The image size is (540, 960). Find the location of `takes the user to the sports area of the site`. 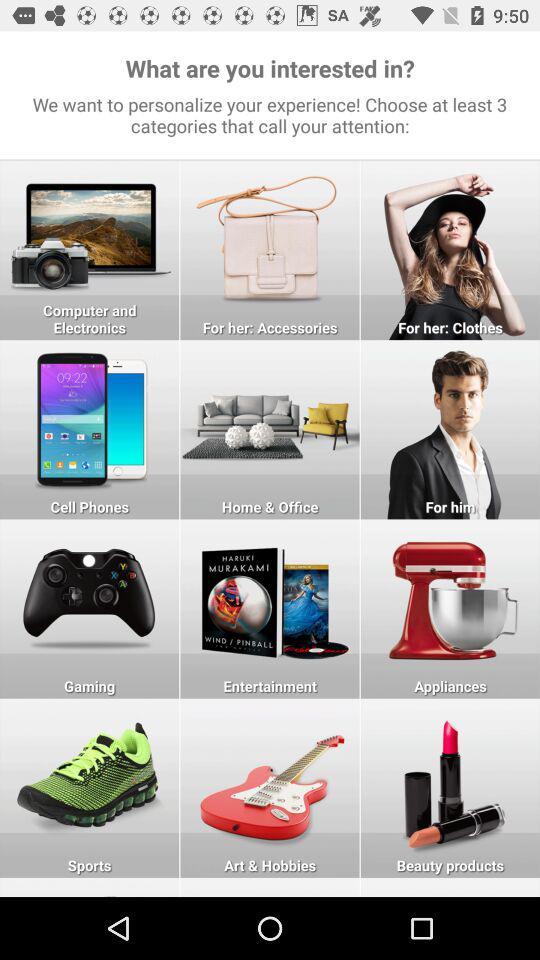

takes the user to the sports area of the site is located at coordinates (88, 788).